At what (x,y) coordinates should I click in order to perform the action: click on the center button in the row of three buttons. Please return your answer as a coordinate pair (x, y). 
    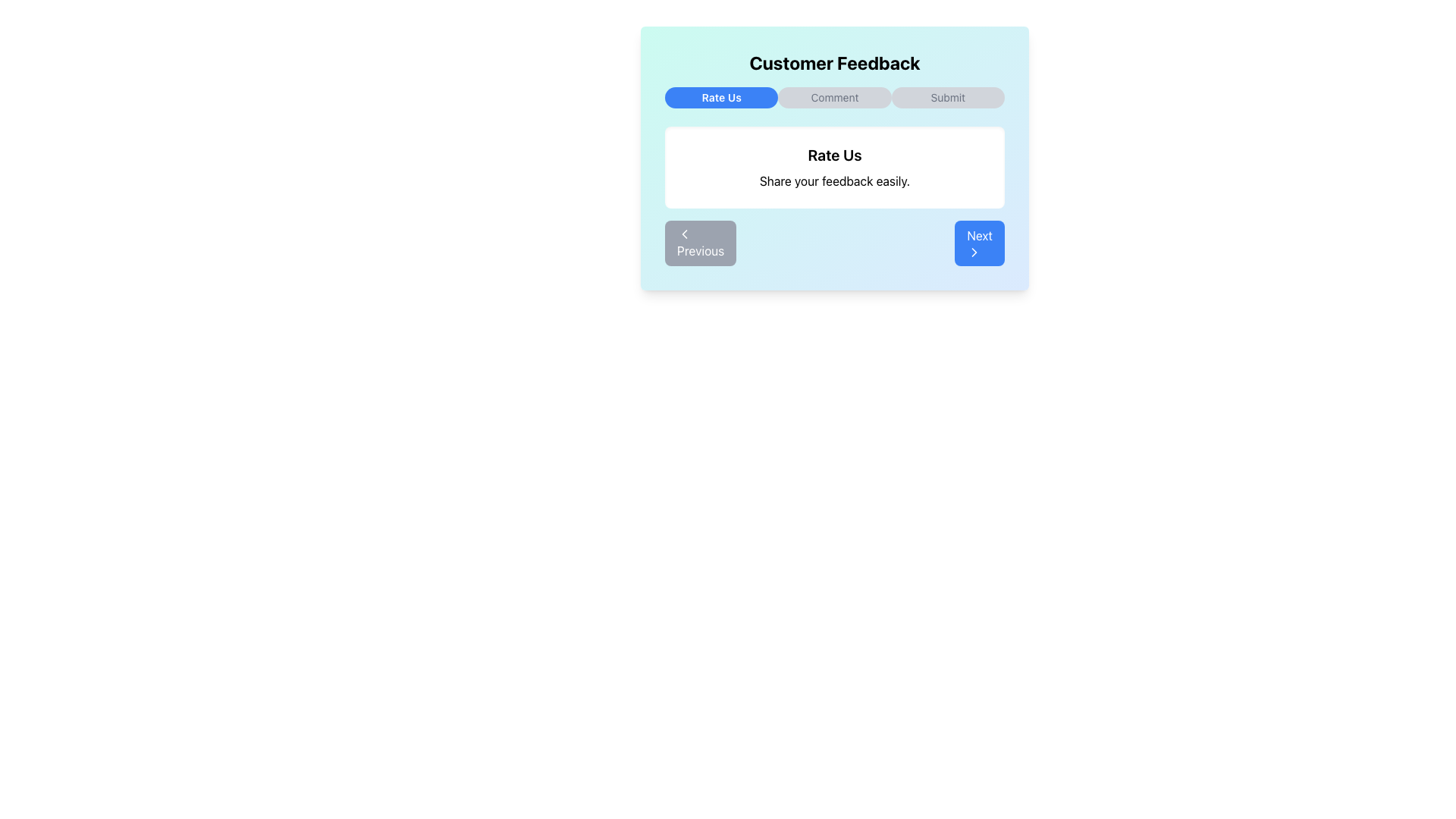
    Looking at the image, I should click on (833, 97).